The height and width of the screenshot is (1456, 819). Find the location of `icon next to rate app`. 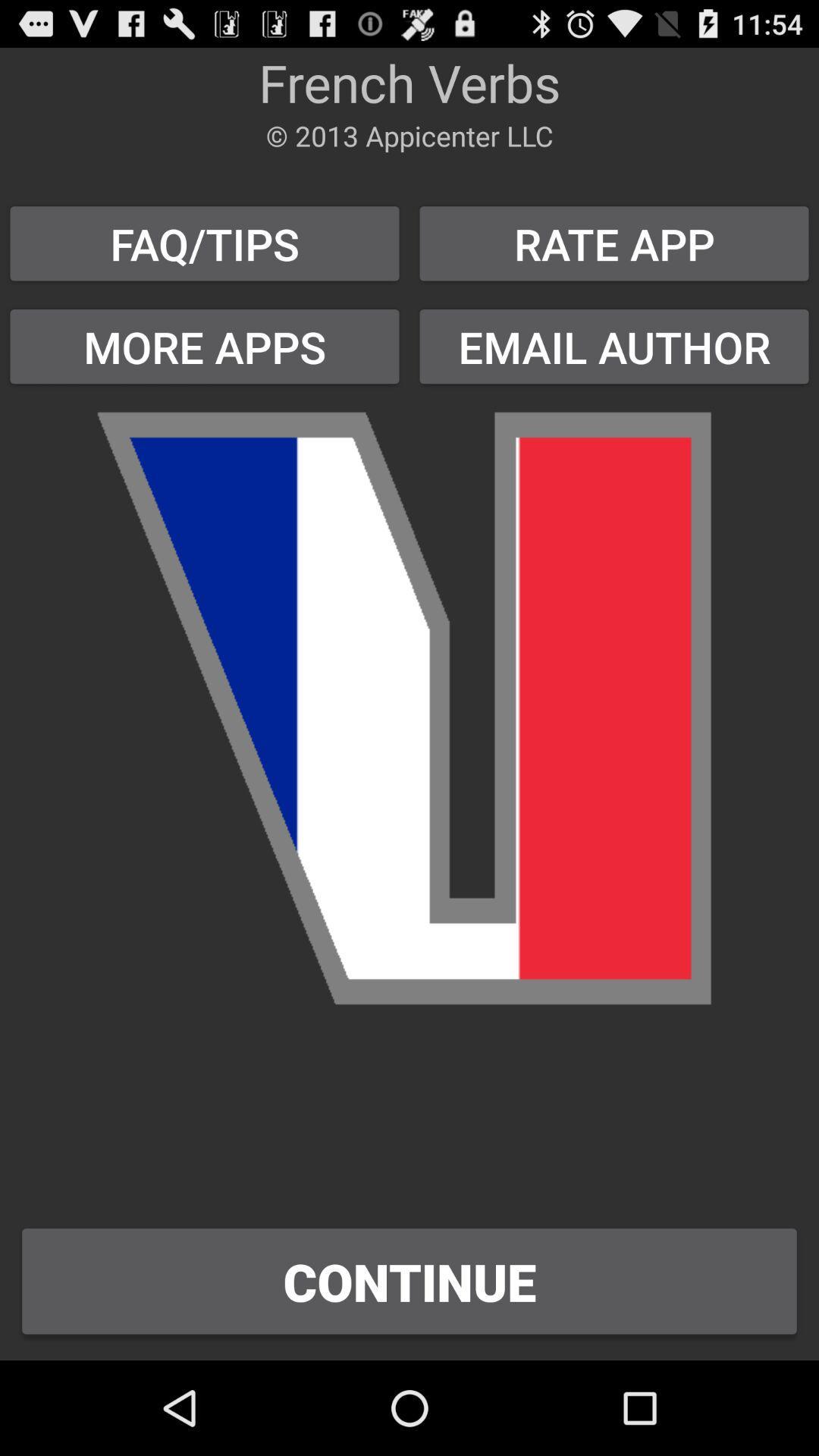

icon next to rate app is located at coordinates (205, 243).